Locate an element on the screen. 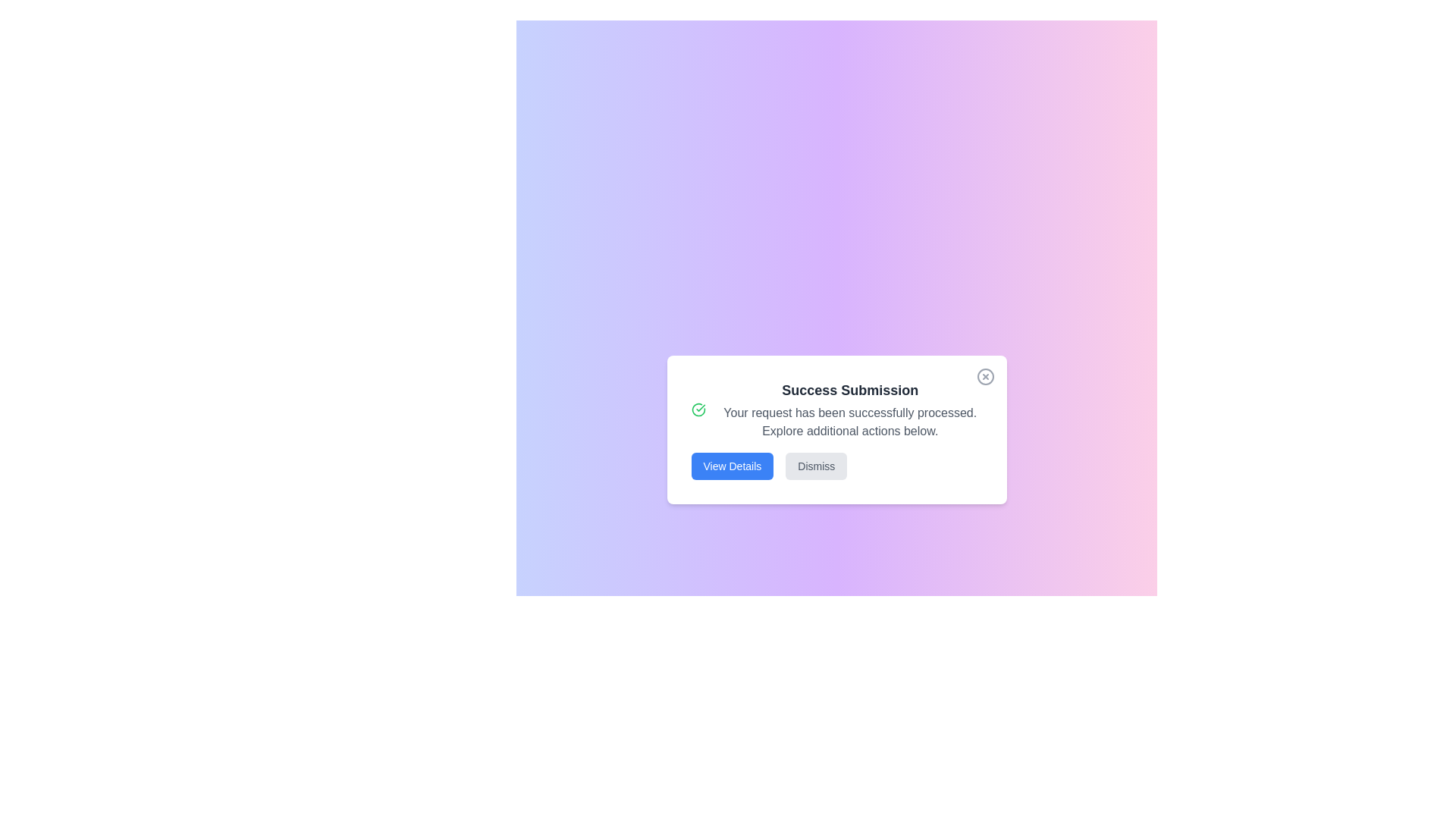 The width and height of the screenshot is (1456, 819). the close button icon, represented by a small circular graphic with an 'X', located in the top-right corner of the modal window displaying 'Success Submission' is located at coordinates (985, 376).